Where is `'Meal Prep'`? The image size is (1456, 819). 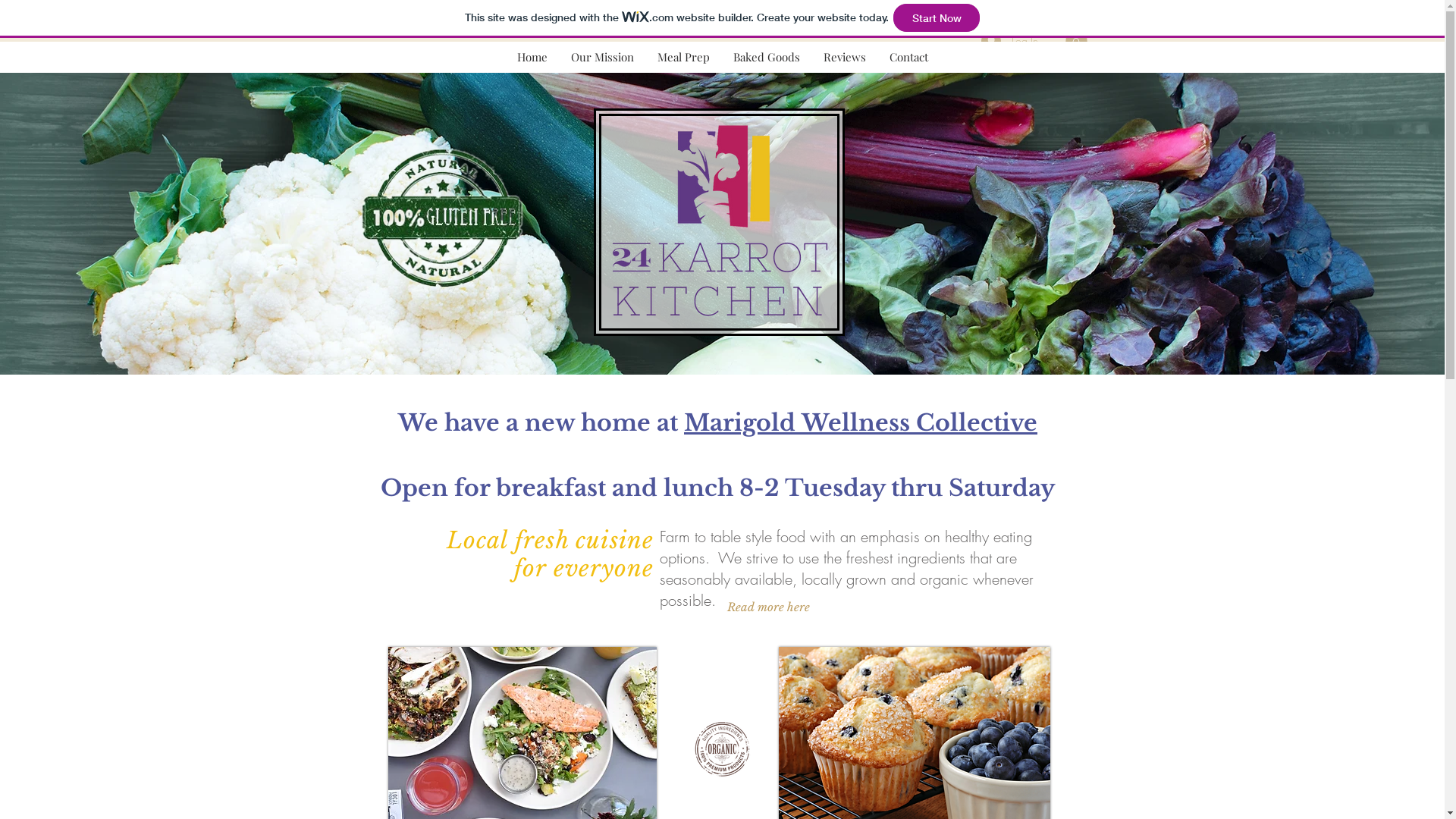 'Meal Prep' is located at coordinates (682, 56).